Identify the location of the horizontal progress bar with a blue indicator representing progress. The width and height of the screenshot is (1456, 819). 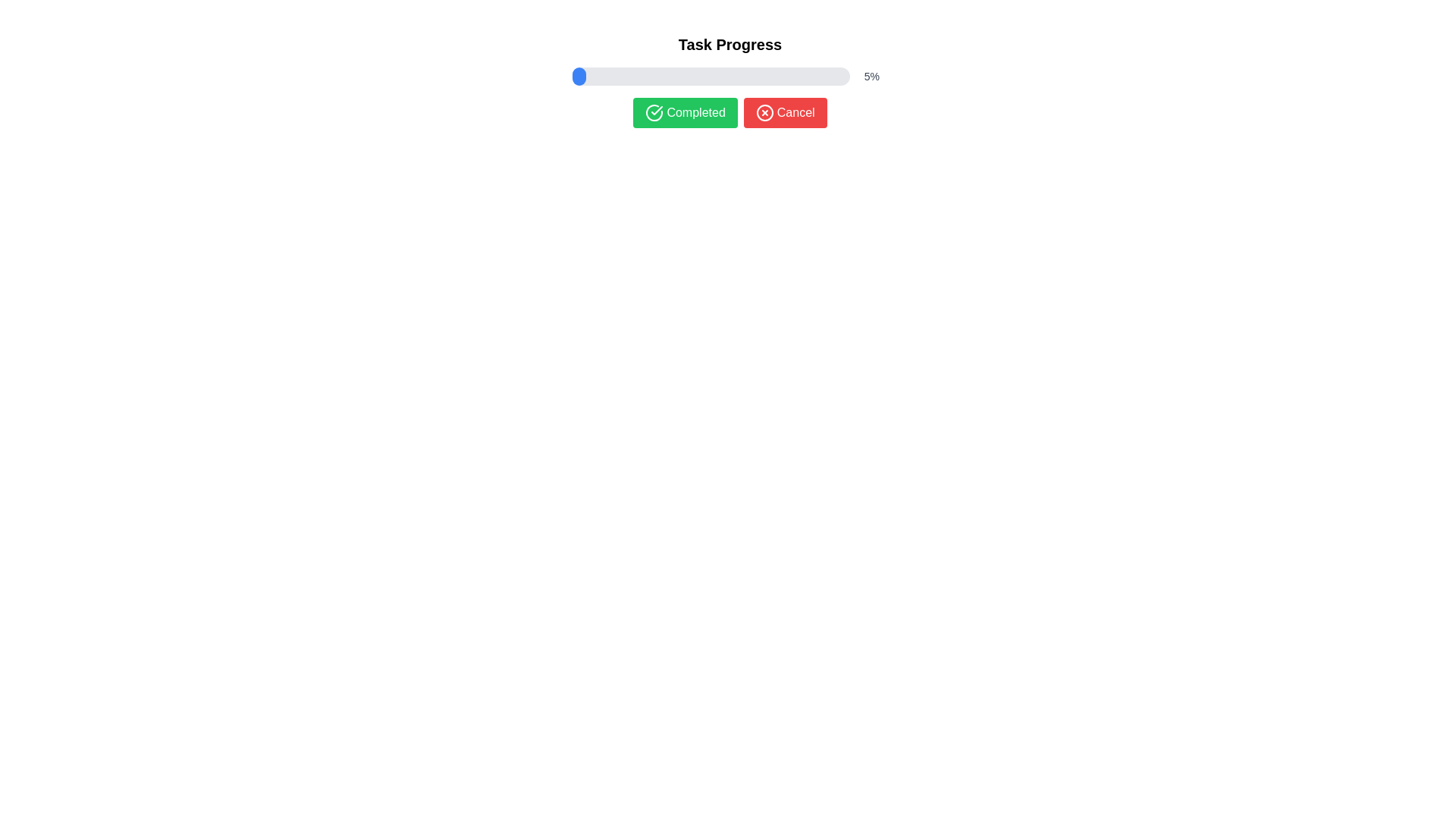
(730, 76).